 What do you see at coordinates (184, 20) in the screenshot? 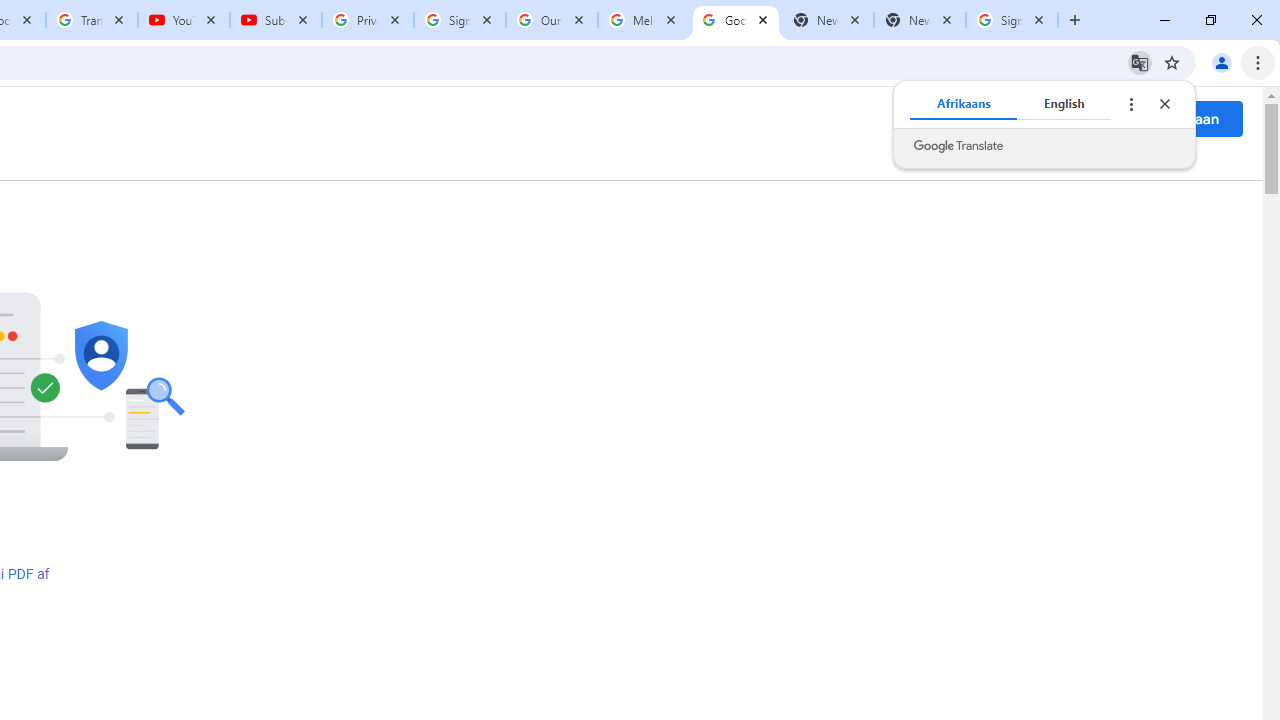
I see `'YouTube'` at bounding box center [184, 20].